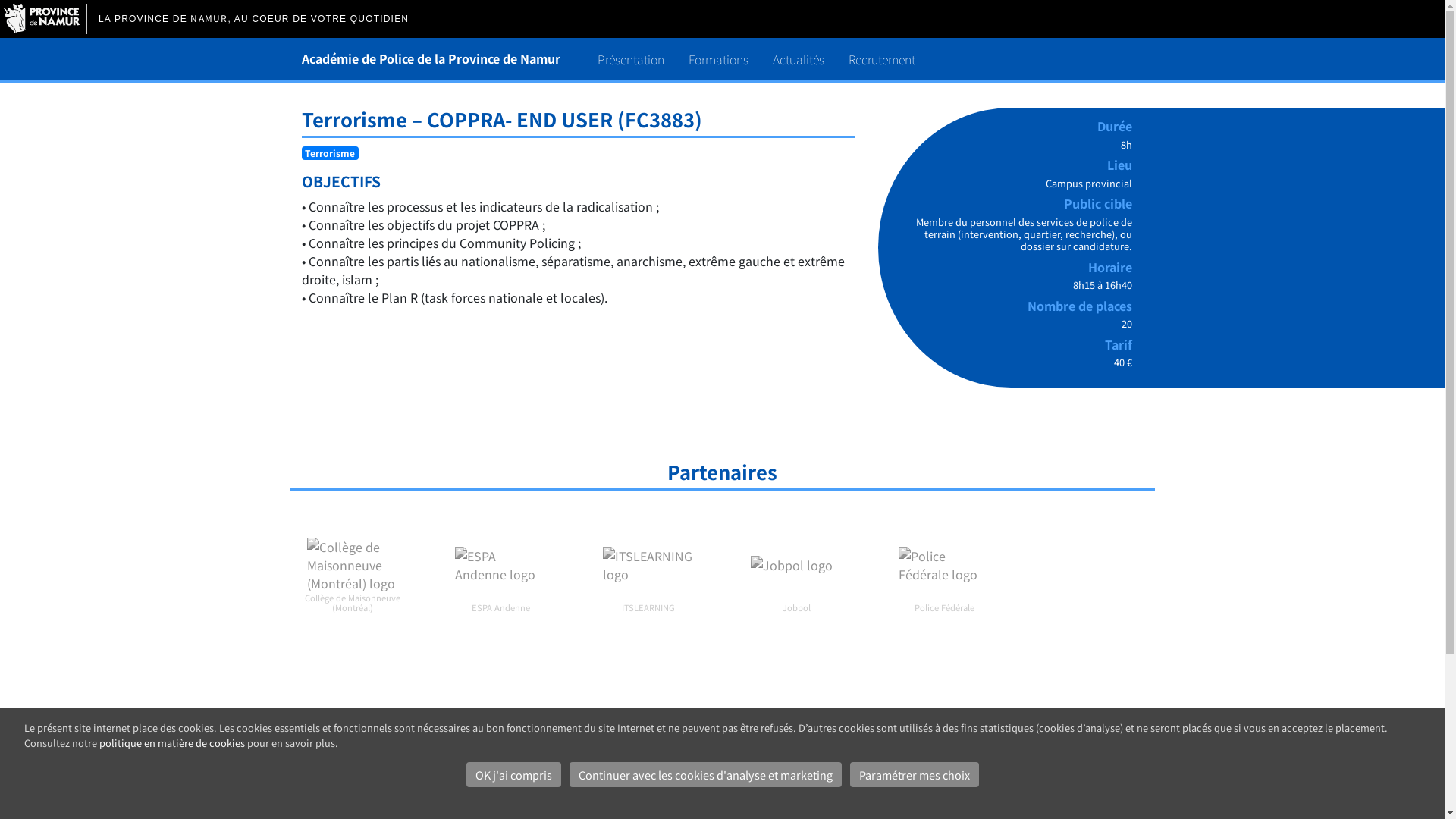  I want to click on 'Terrorisme', so click(304, 152).